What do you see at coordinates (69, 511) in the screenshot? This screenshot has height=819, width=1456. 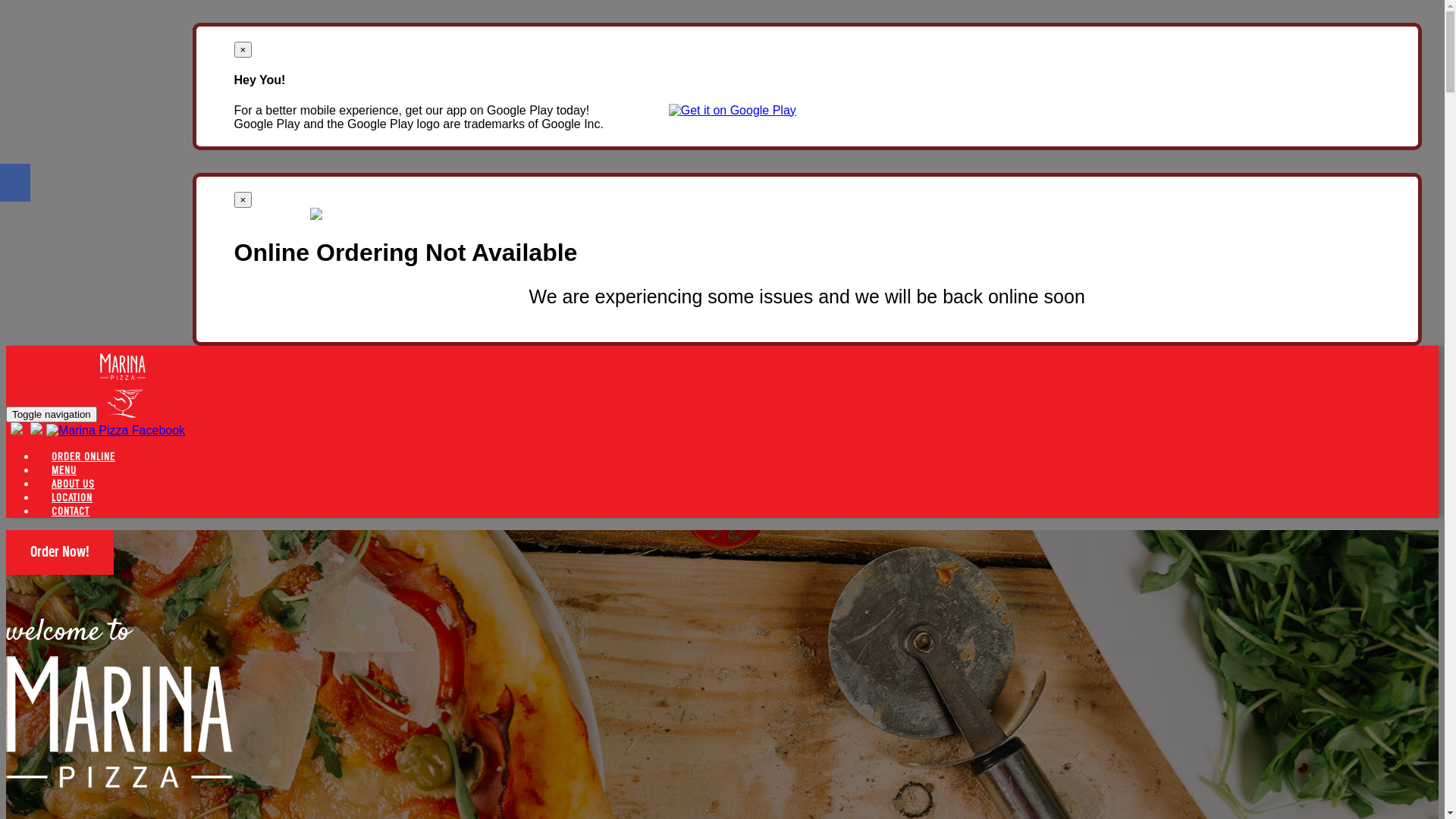 I see `'CONTACT'` at bounding box center [69, 511].